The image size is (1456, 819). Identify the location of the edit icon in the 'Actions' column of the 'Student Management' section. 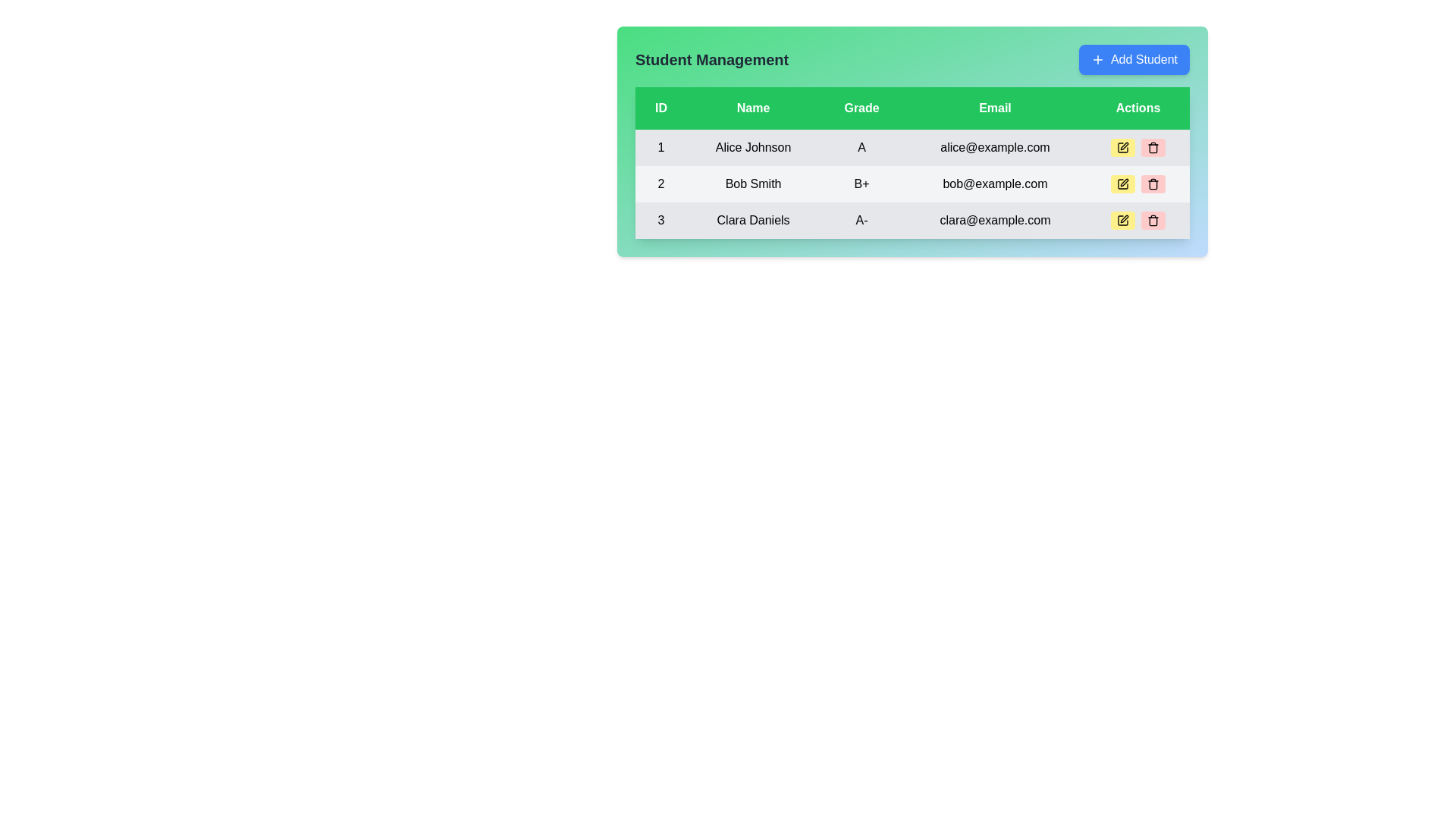
(1125, 181).